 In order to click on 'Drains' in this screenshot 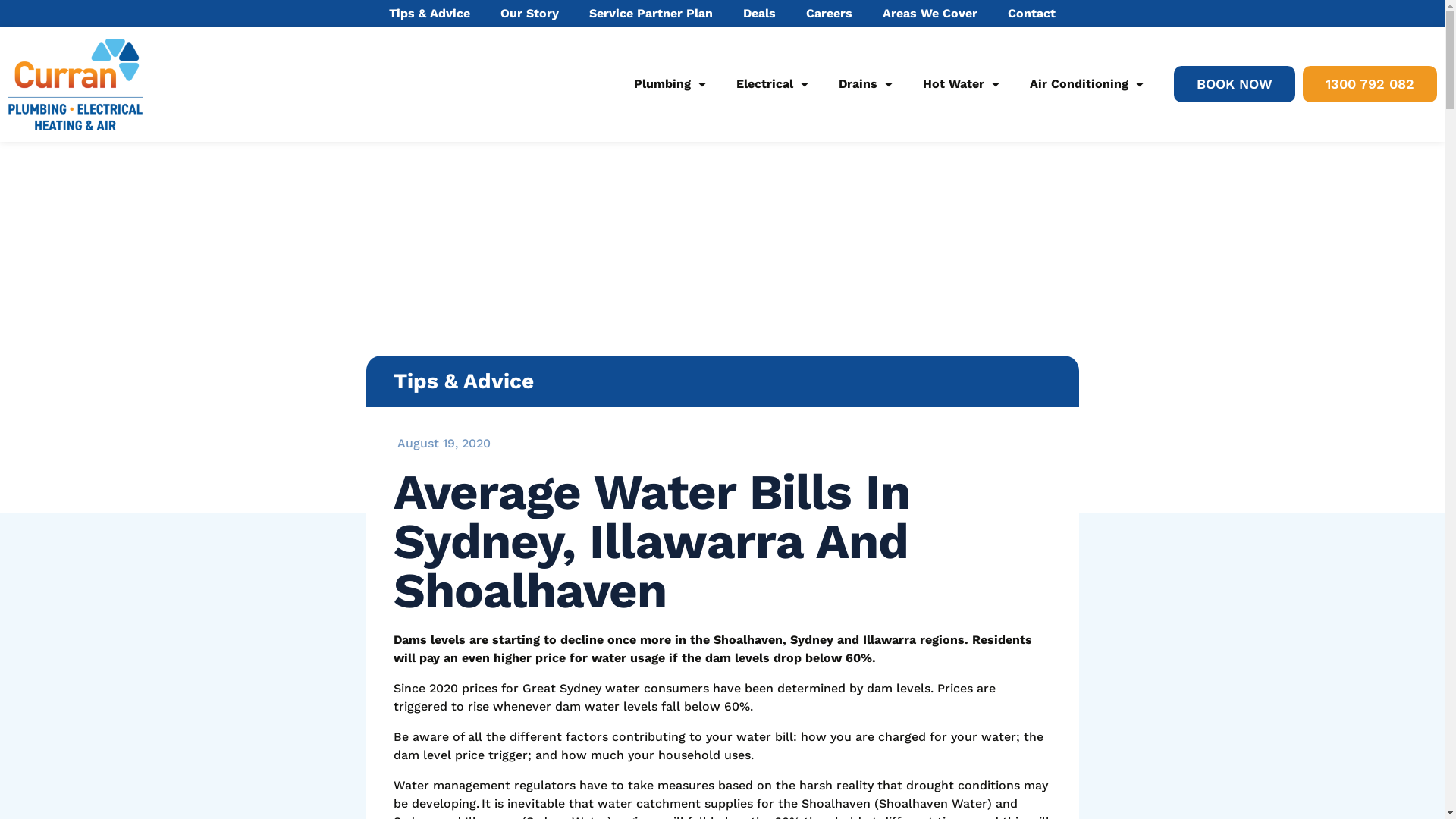, I will do `click(822, 84)`.